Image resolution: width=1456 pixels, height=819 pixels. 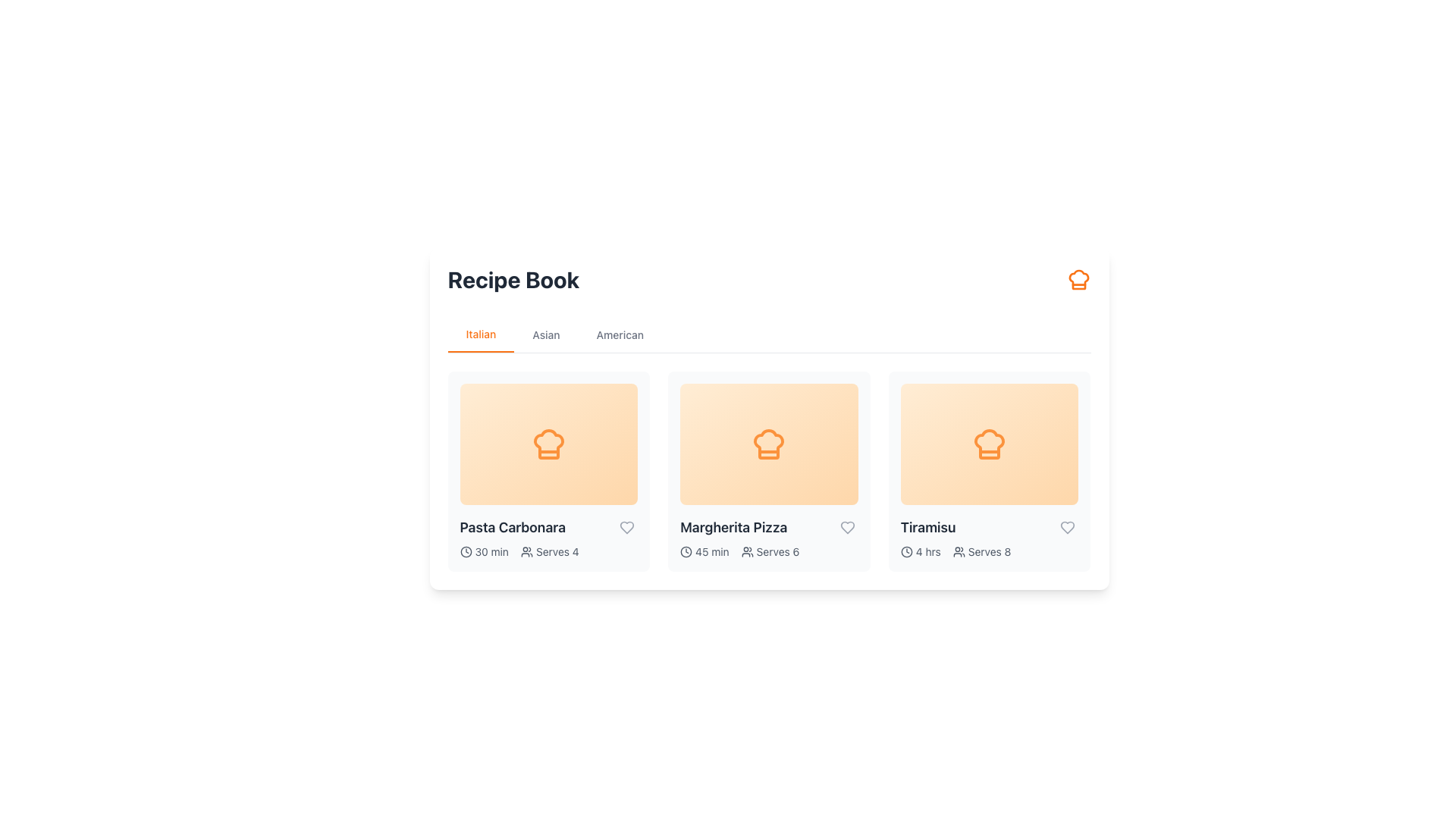 What do you see at coordinates (548, 526) in the screenshot?
I see `text label displaying 'Pasta Carbonara' which is located in the first recipe card under the 'Italian' tab, below the orange chef icon and to the left of the heart icon` at bounding box center [548, 526].